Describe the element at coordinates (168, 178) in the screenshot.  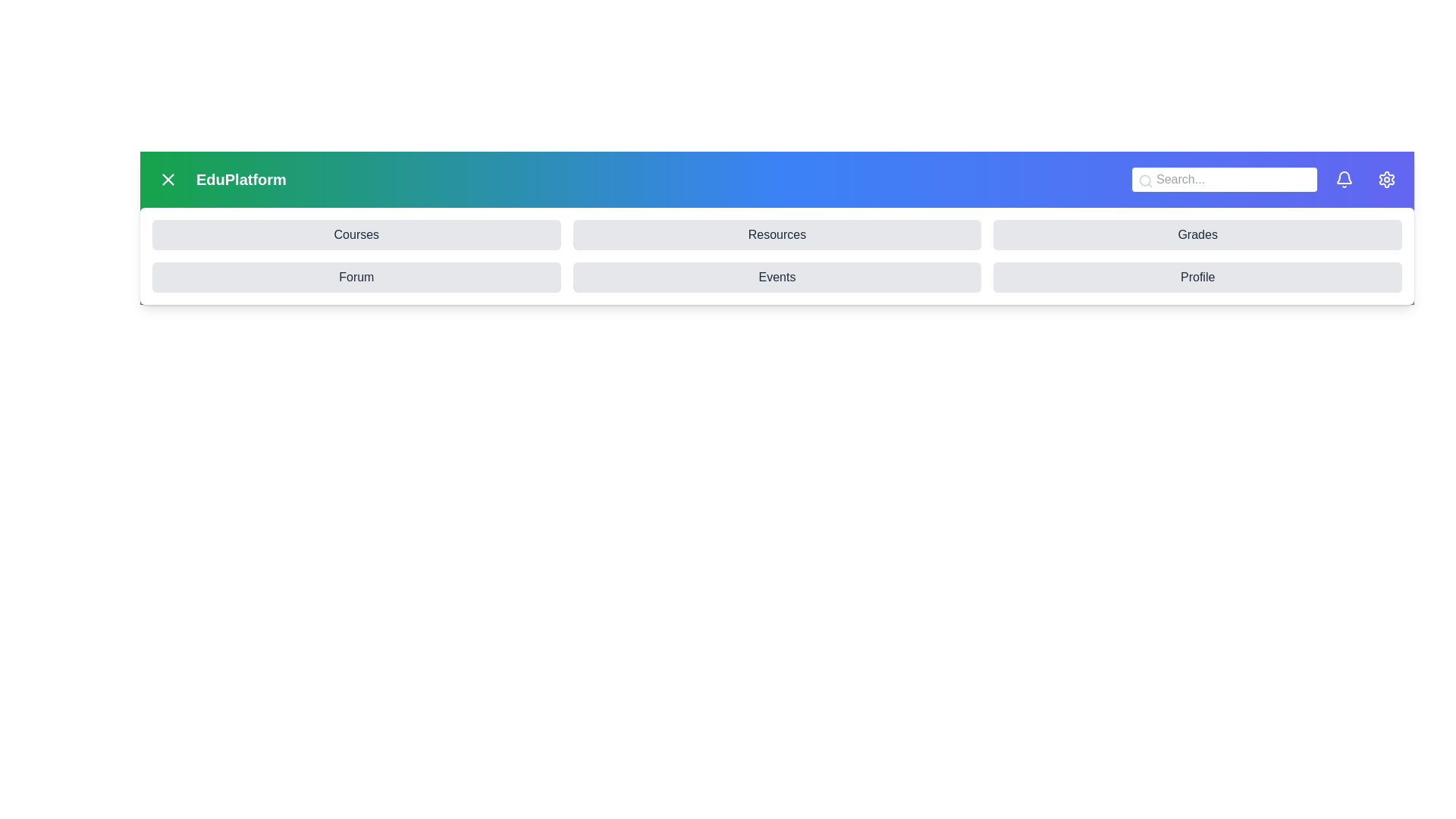
I see `the toggle button to close the menu` at that location.